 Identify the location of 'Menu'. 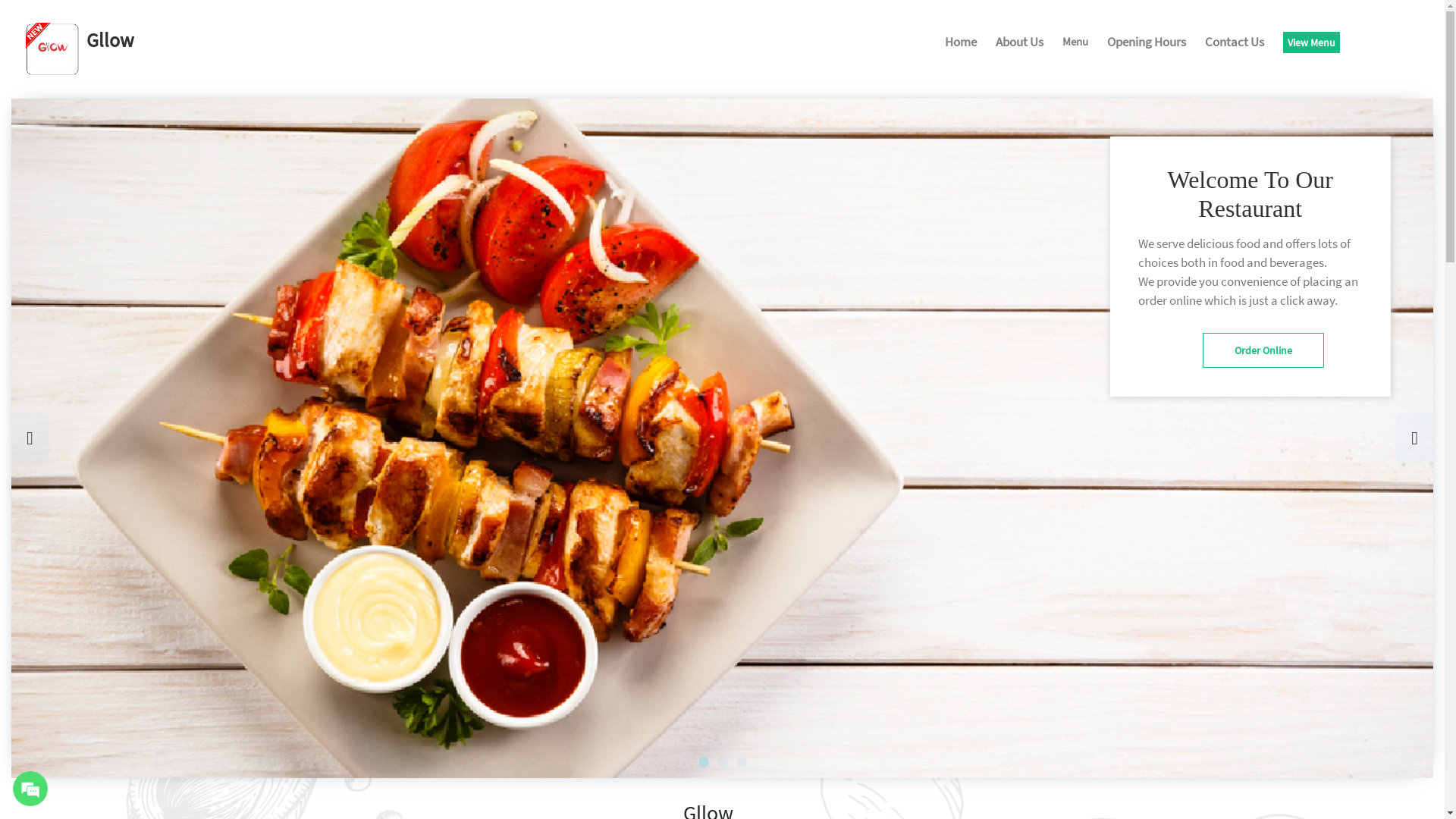
(1074, 42).